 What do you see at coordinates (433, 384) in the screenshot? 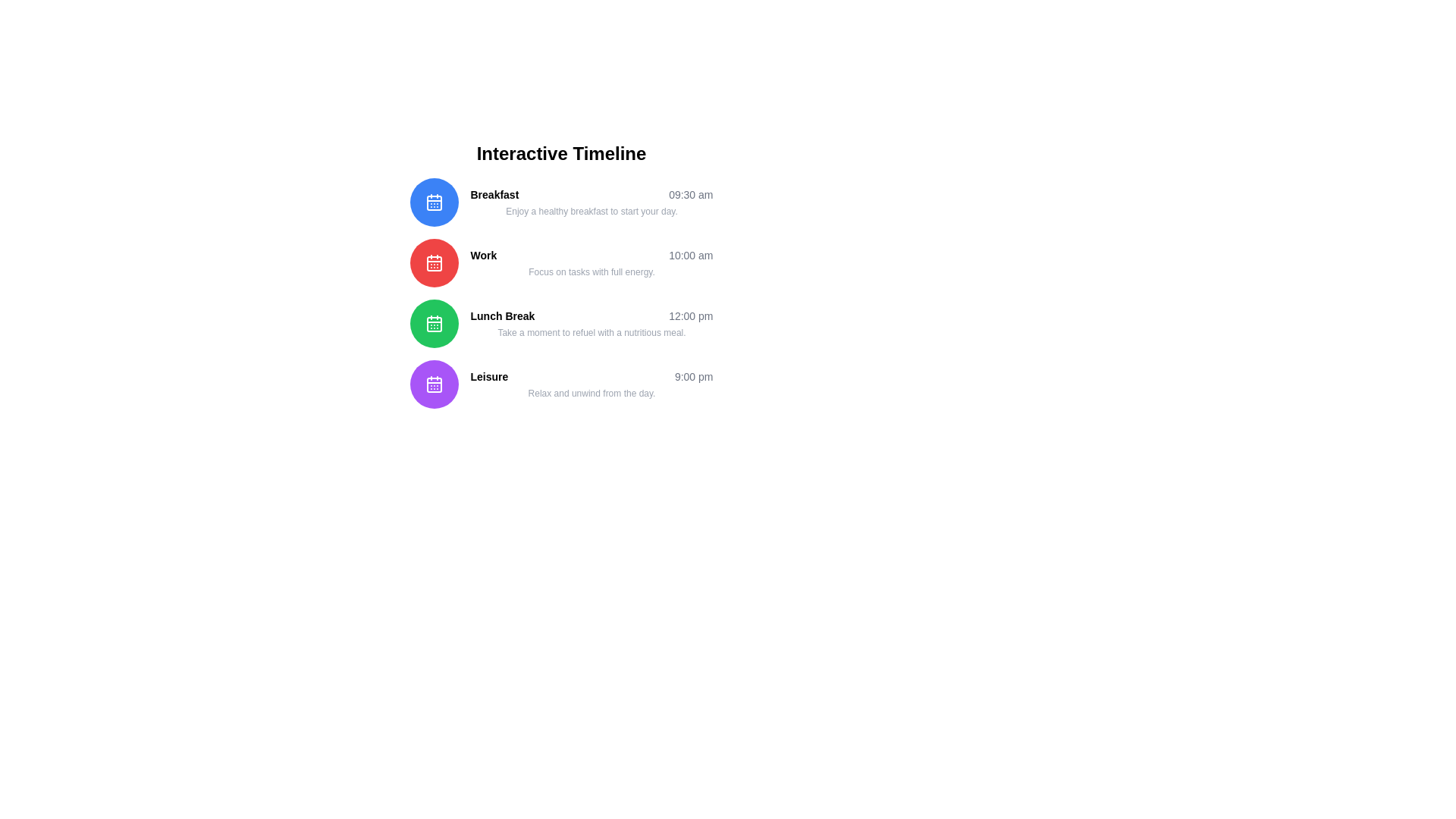
I see `the white rectangular shape with rounded corners in the calendar icon associated with the 'Leisure' section, which is the fourth item in the timeline` at bounding box center [433, 384].